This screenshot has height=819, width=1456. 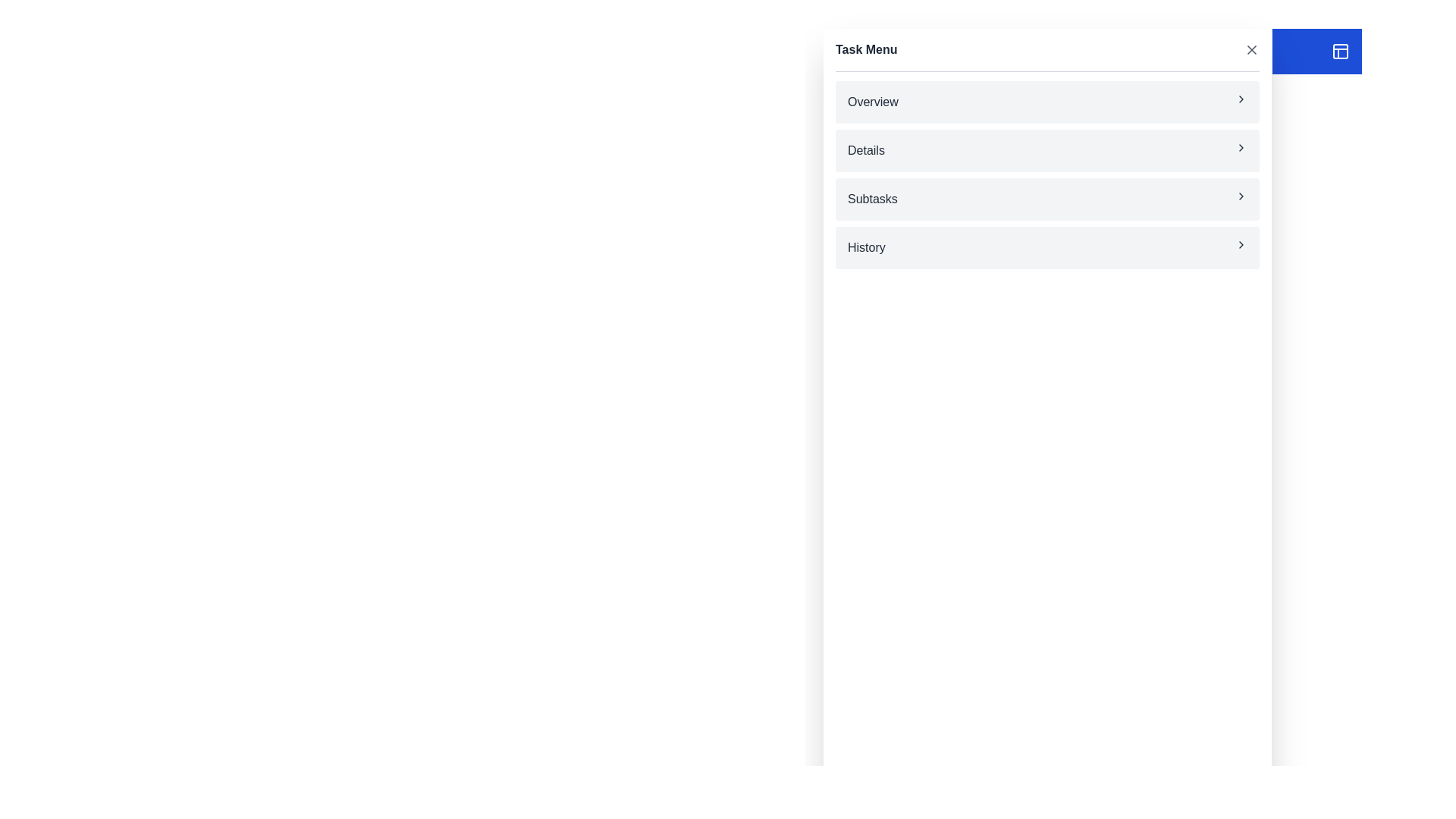 What do you see at coordinates (1340, 51) in the screenshot?
I see `the button located at the far-right end of the header bar, adjacent to the 'Tasks' title` at bounding box center [1340, 51].